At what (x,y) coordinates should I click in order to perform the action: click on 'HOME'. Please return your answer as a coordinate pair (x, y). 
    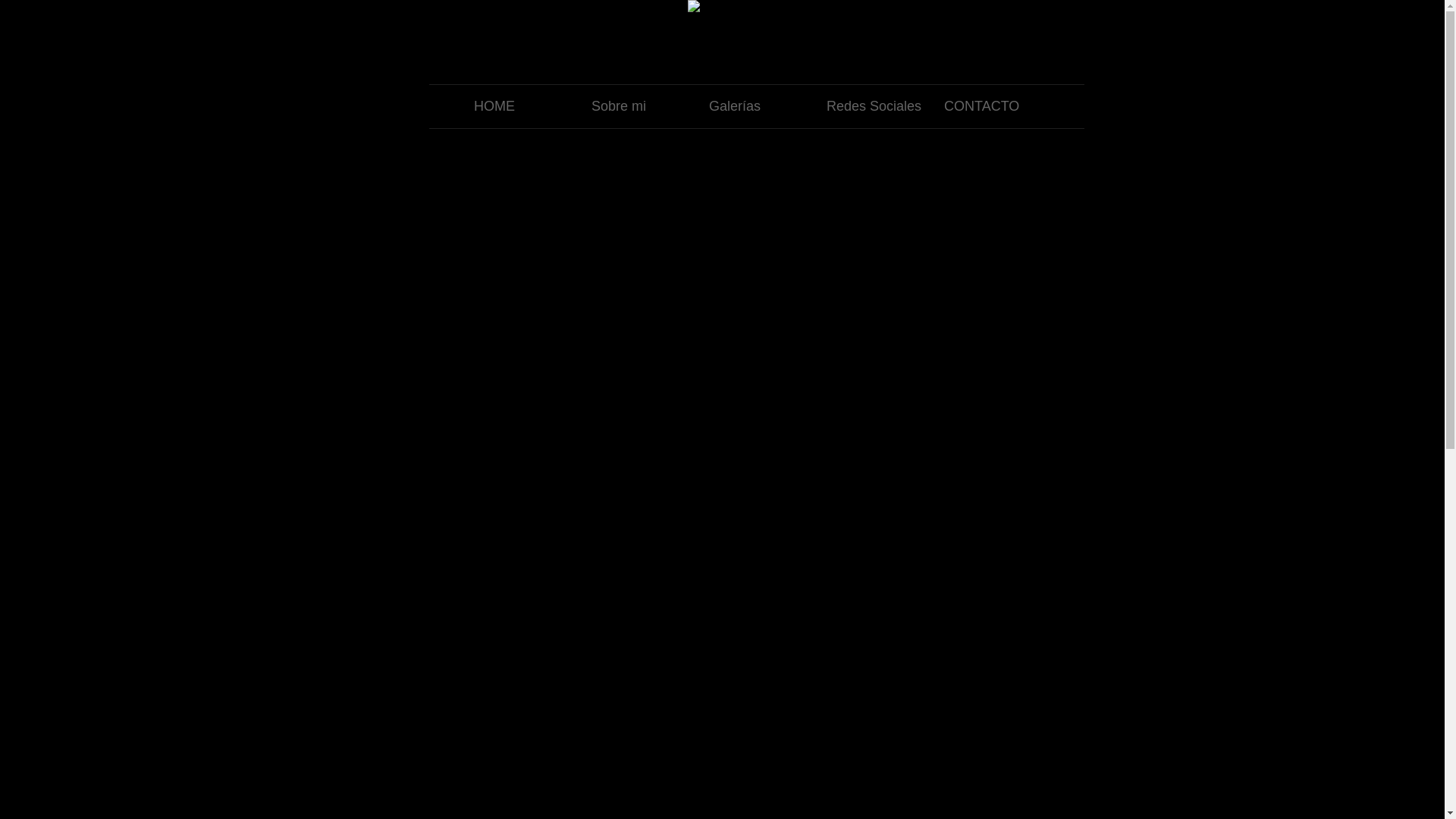
    Looking at the image, I should click on (521, 105).